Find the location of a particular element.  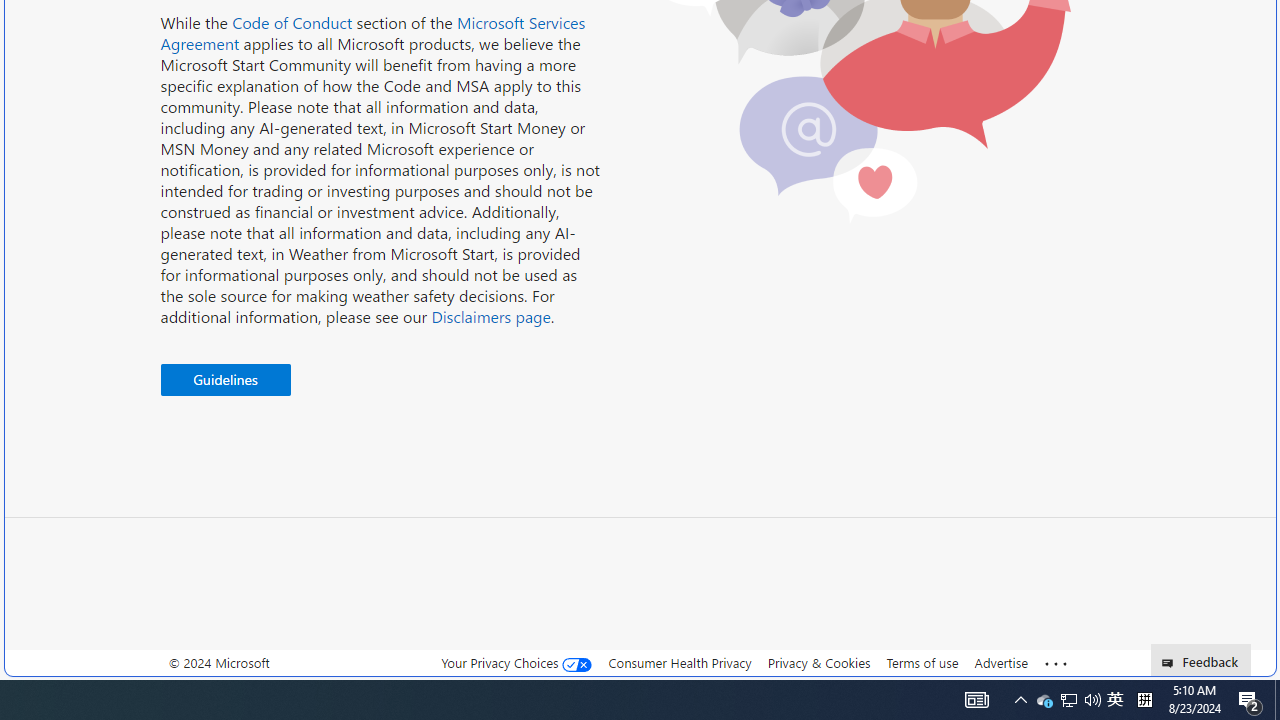

'Feedback' is located at coordinates (1200, 659).